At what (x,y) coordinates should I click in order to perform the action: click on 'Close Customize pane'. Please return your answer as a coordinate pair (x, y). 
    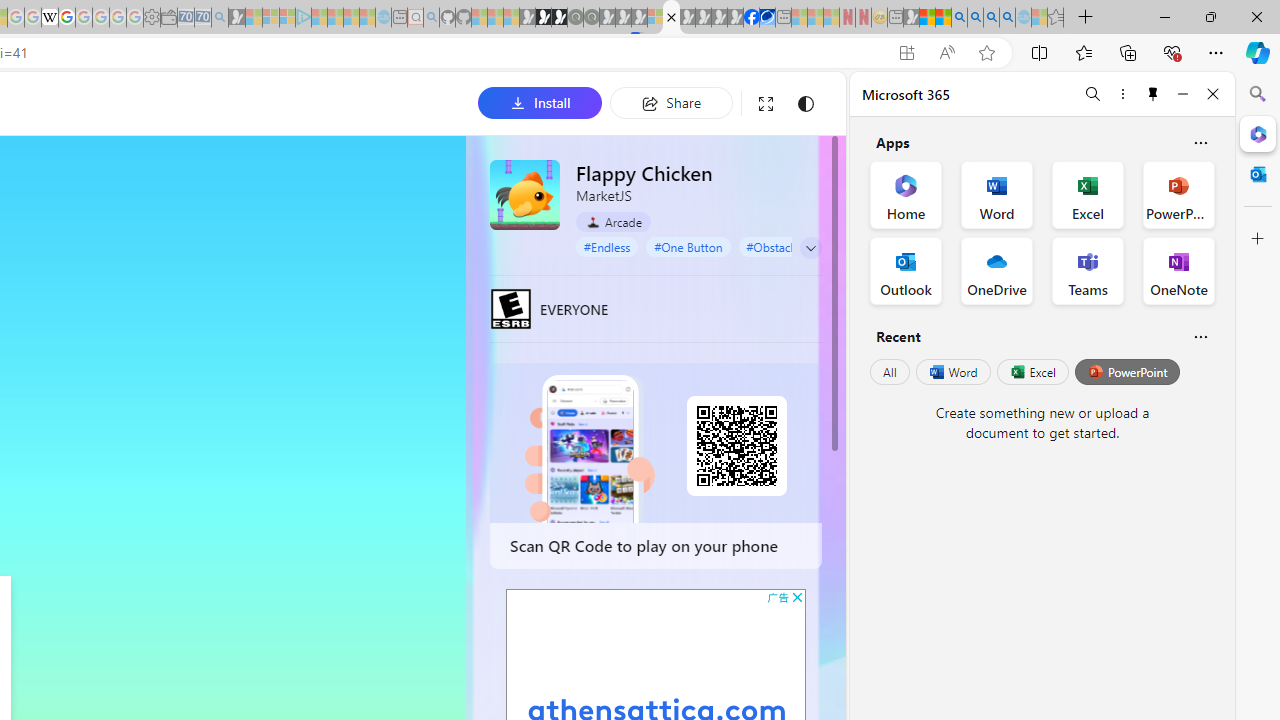
    Looking at the image, I should click on (1257, 238).